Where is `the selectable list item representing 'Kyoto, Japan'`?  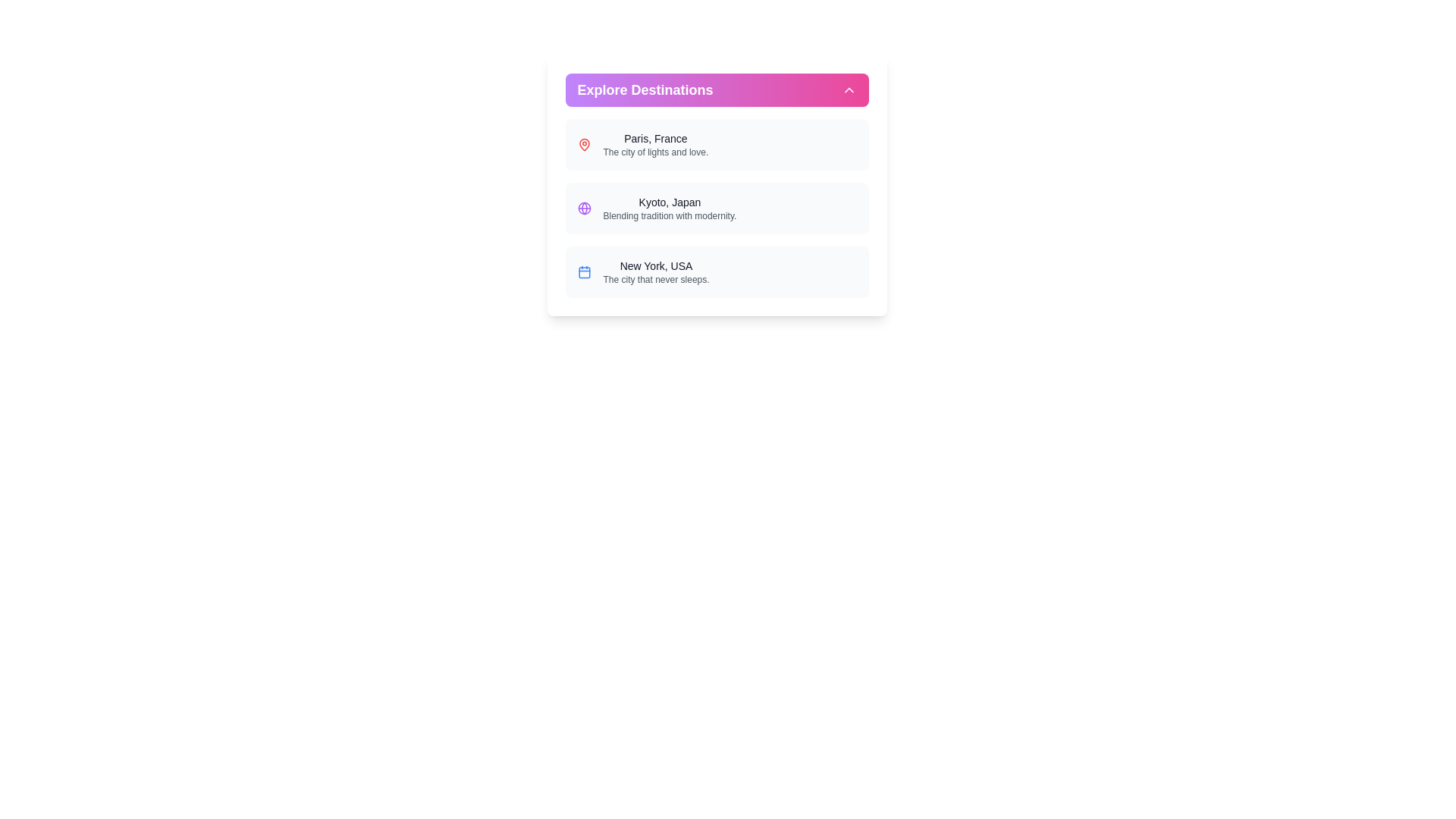
the selectable list item representing 'Kyoto, Japan' is located at coordinates (716, 208).